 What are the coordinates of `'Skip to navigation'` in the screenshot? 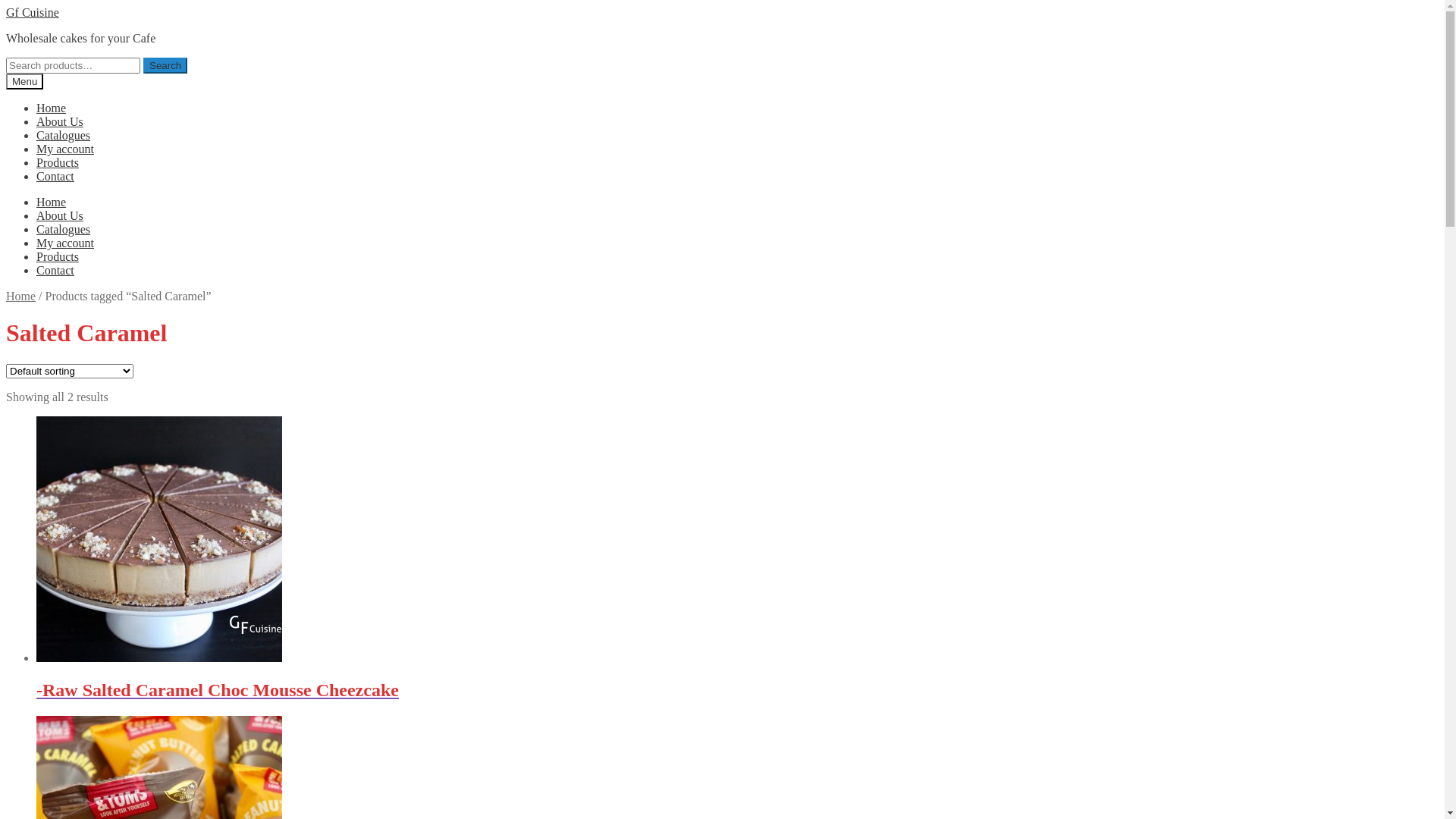 It's located at (5, 5).